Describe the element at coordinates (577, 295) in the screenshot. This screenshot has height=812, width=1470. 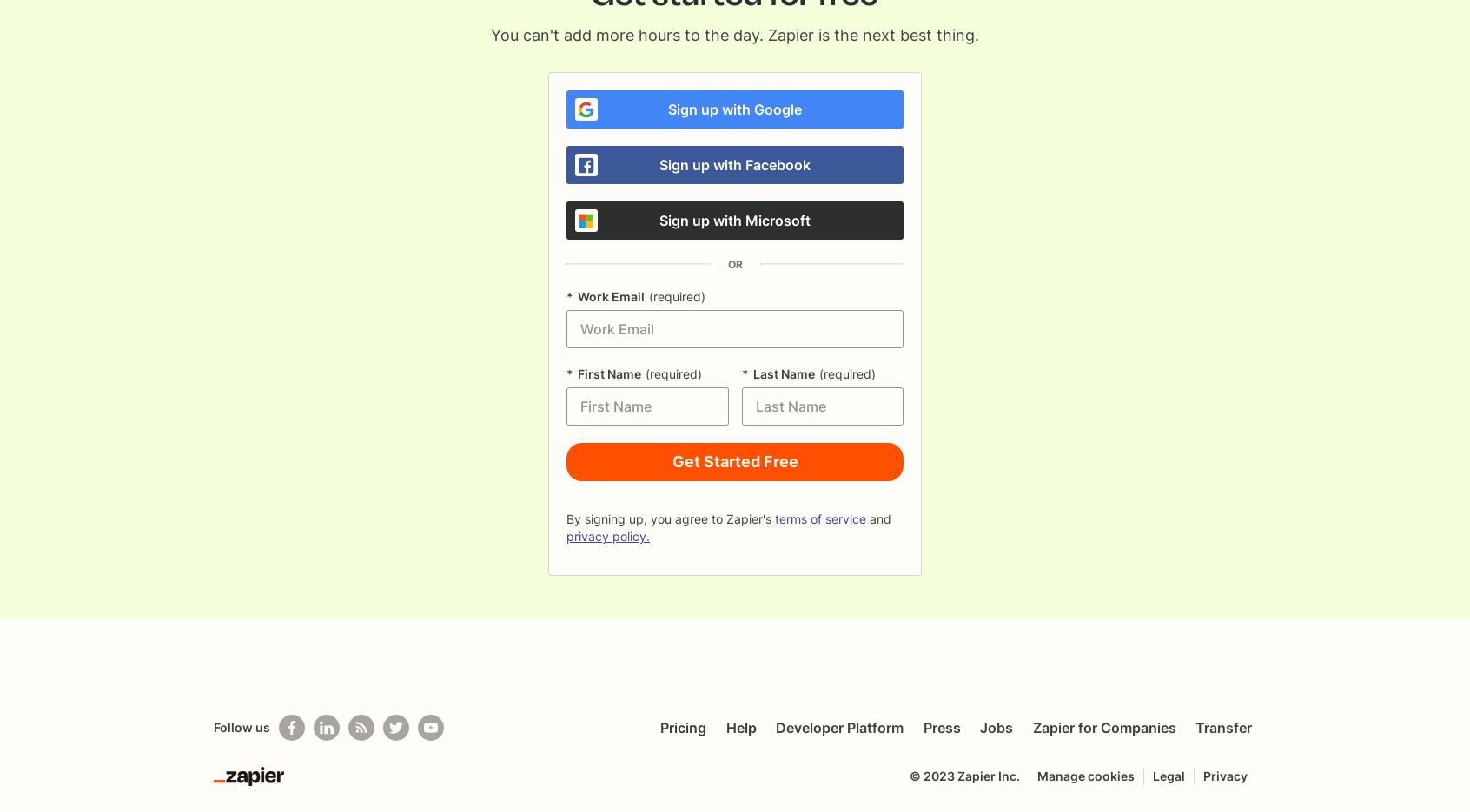
I see `'Work Email'` at that location.